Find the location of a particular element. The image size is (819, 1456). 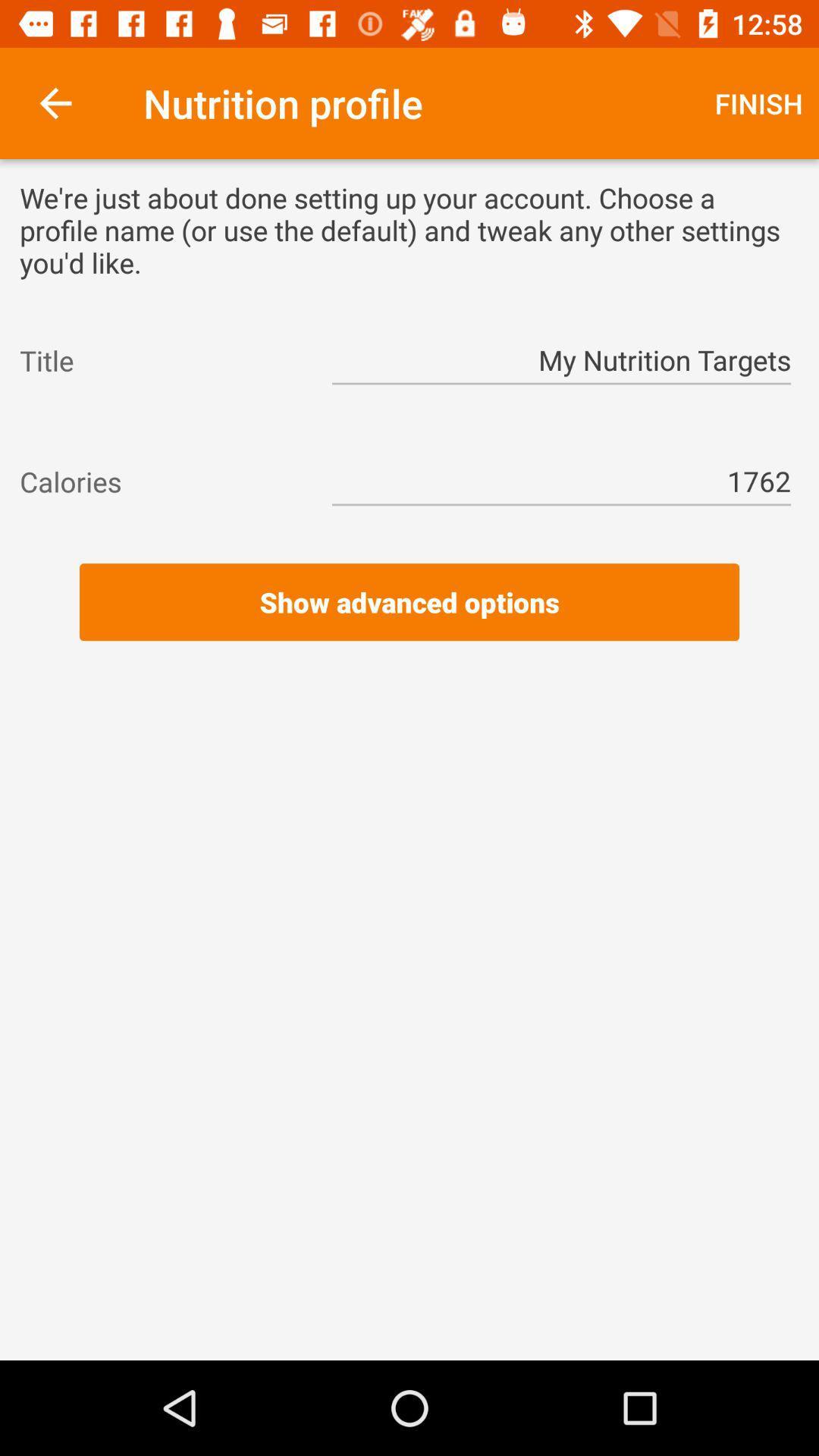

the item above the we re just item is located at coordinates (758, 102).